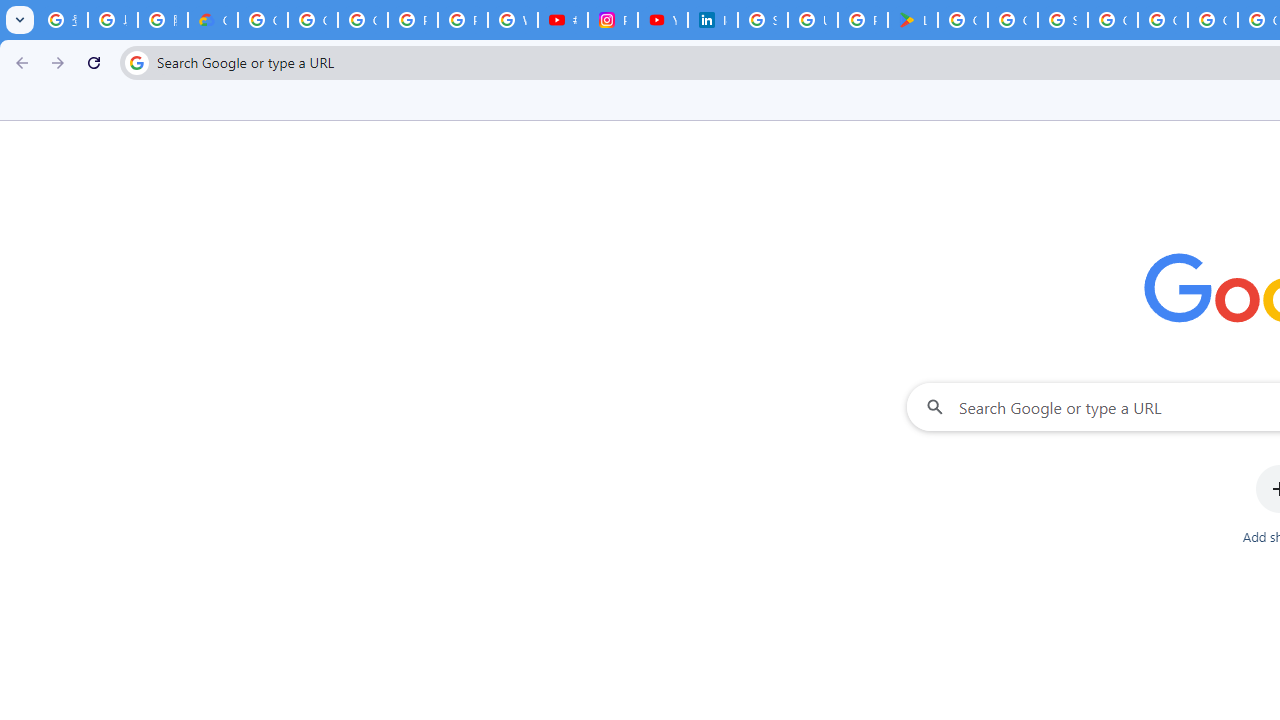 Image resolution: width=1280 pixels, height=720 pixels. What do you see at coordinates (561, 20) in the screenshot?
I see `'#nbabasketballhighlights - YouTube'` at bounding box center [561, 20].